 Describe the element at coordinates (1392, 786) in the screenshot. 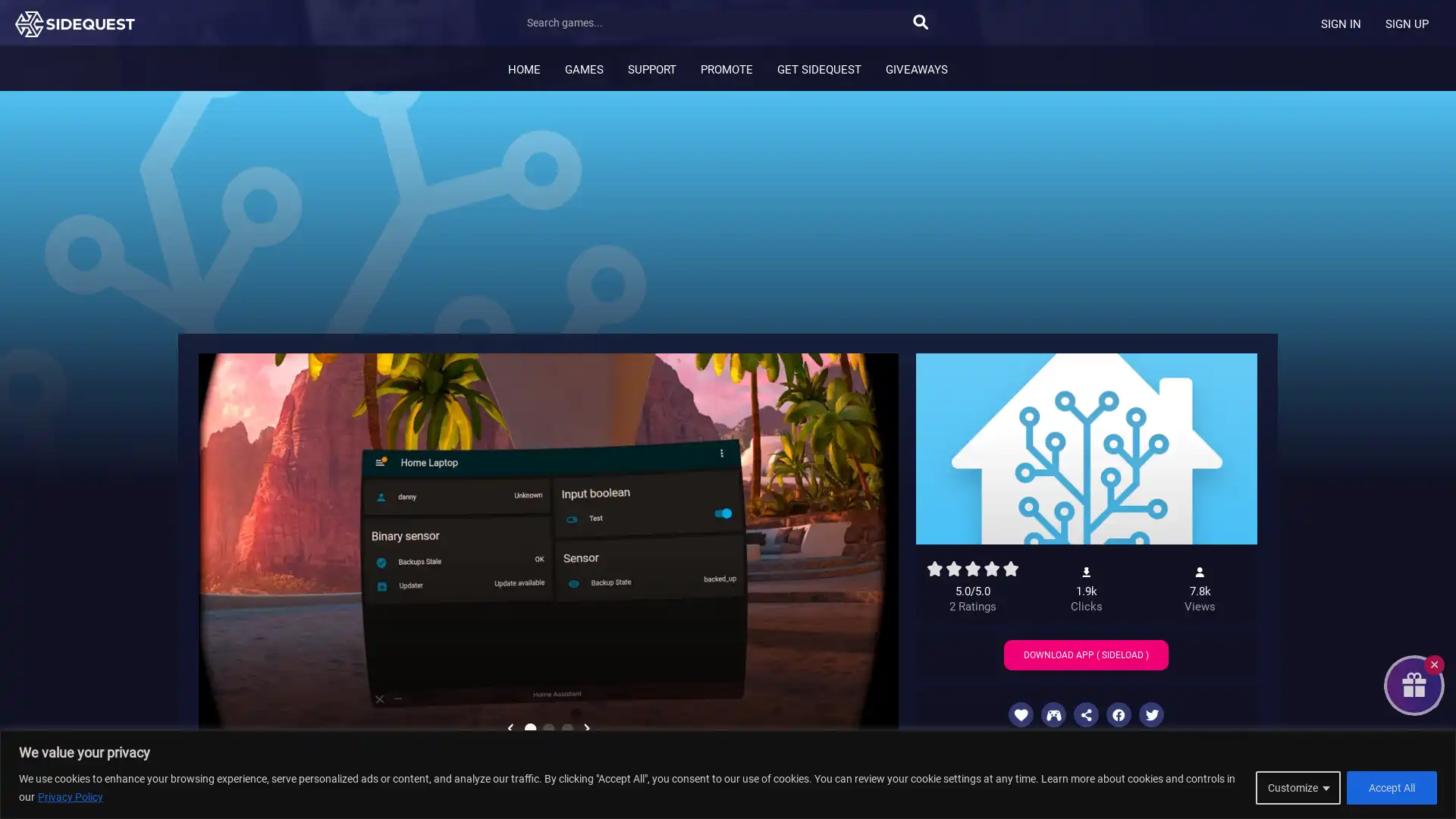

I see `Accept All` at that location.